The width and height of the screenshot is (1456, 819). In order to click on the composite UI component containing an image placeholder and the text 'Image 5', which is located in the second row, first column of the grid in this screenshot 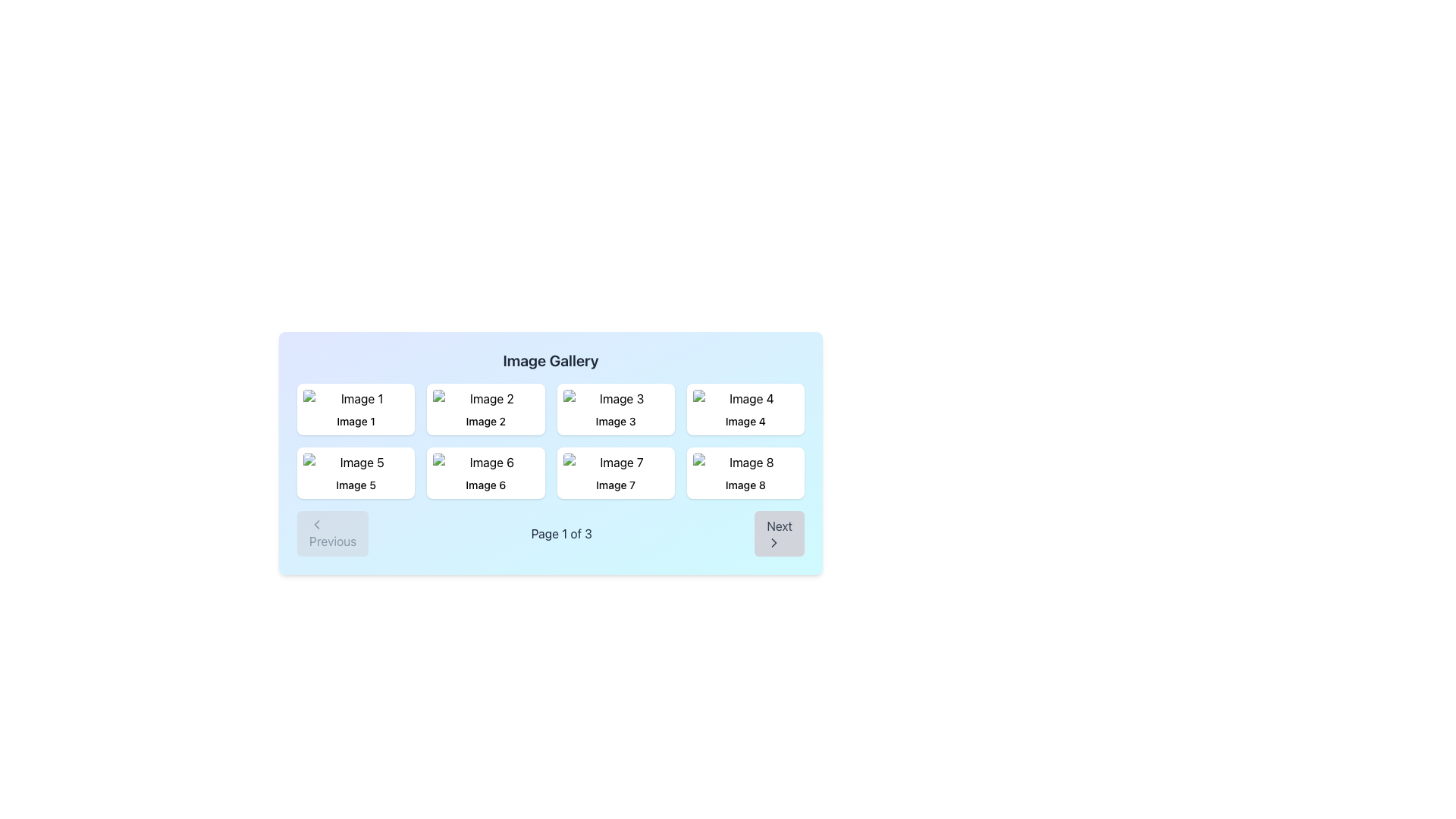, I will do `click(355, 472)`.